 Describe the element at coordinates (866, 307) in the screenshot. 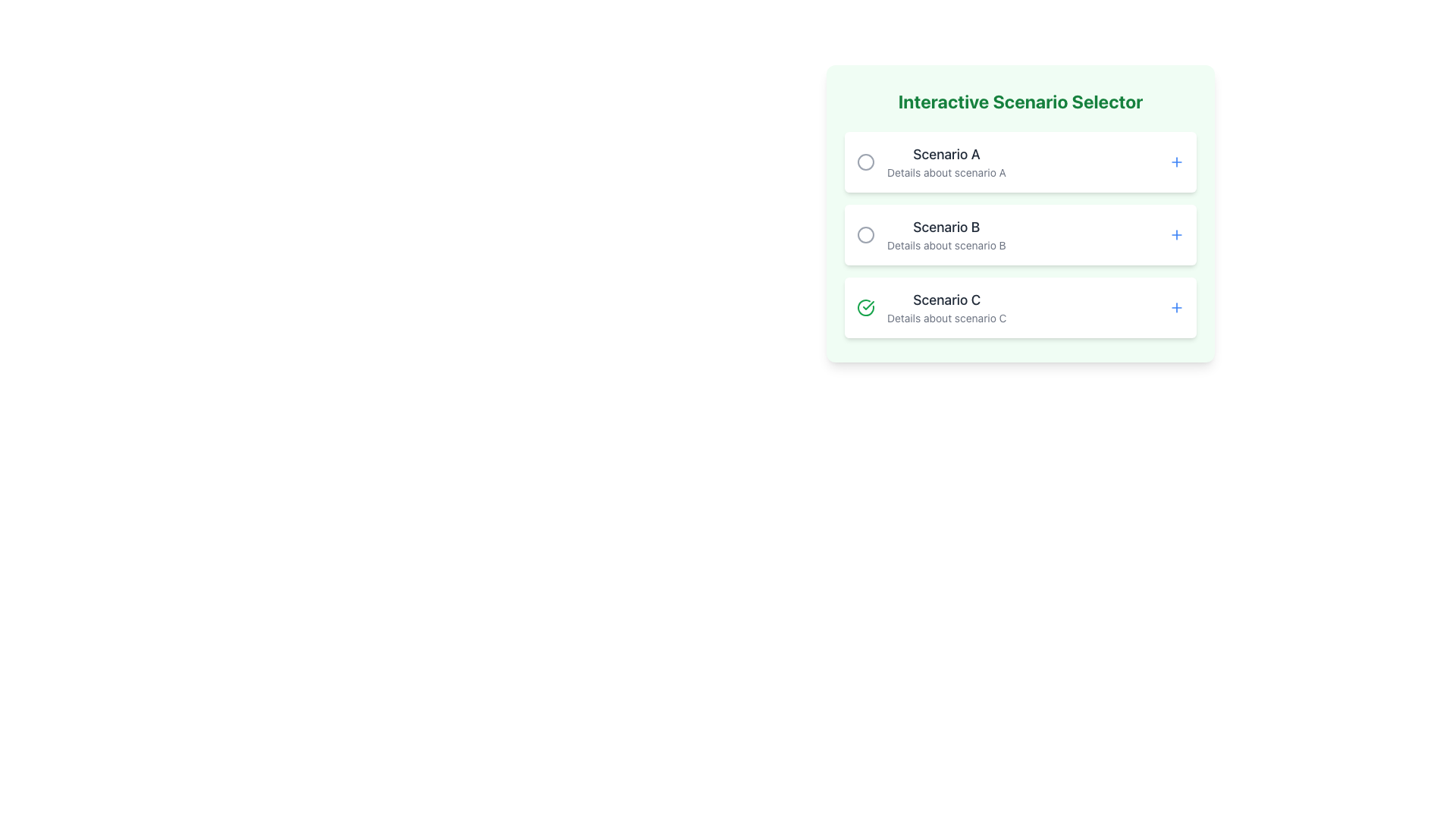

I see `the Selectable Icon for 'Scenario C' located at the left side of the 'Scenario C' row in the 'Interactive Scenario Selector' section` at that location.